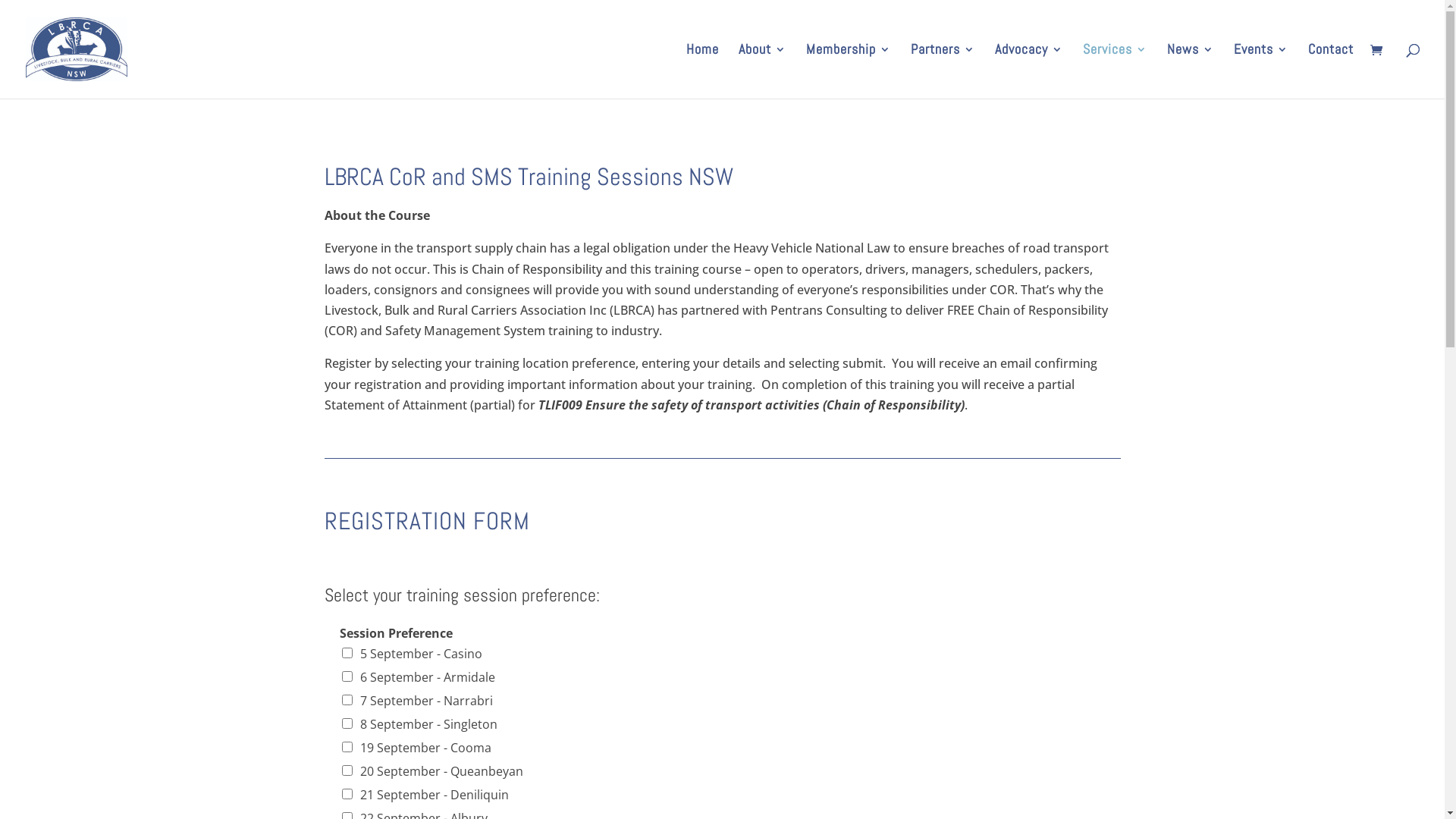 This screenshot has height=819, width=1456. Describe the element at coordinates (1082, 71) in the screenshot. I see `'Services'` at that location.